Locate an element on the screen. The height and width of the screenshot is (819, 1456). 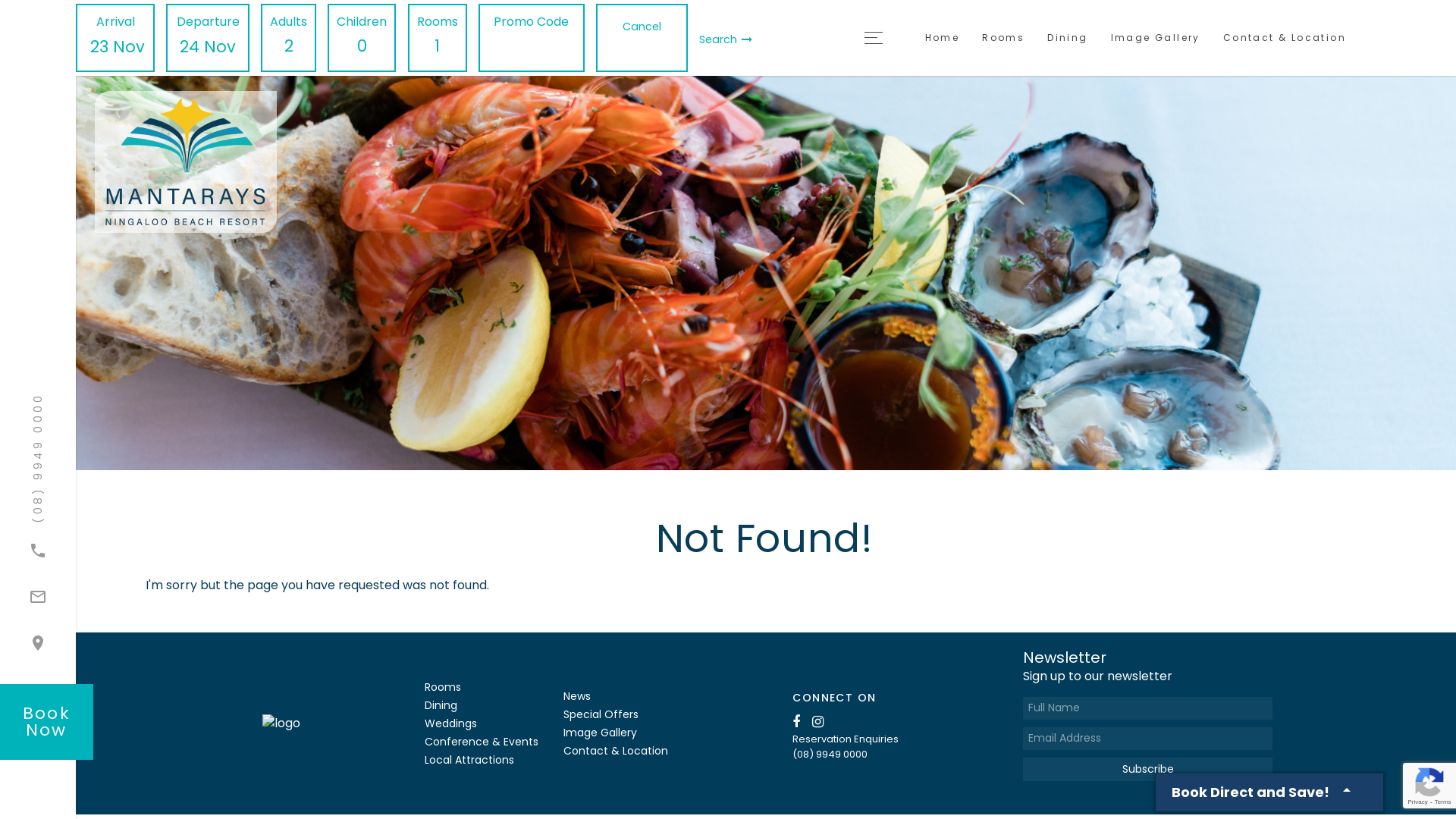
'Weddings' is located at coordinates (450, 722).